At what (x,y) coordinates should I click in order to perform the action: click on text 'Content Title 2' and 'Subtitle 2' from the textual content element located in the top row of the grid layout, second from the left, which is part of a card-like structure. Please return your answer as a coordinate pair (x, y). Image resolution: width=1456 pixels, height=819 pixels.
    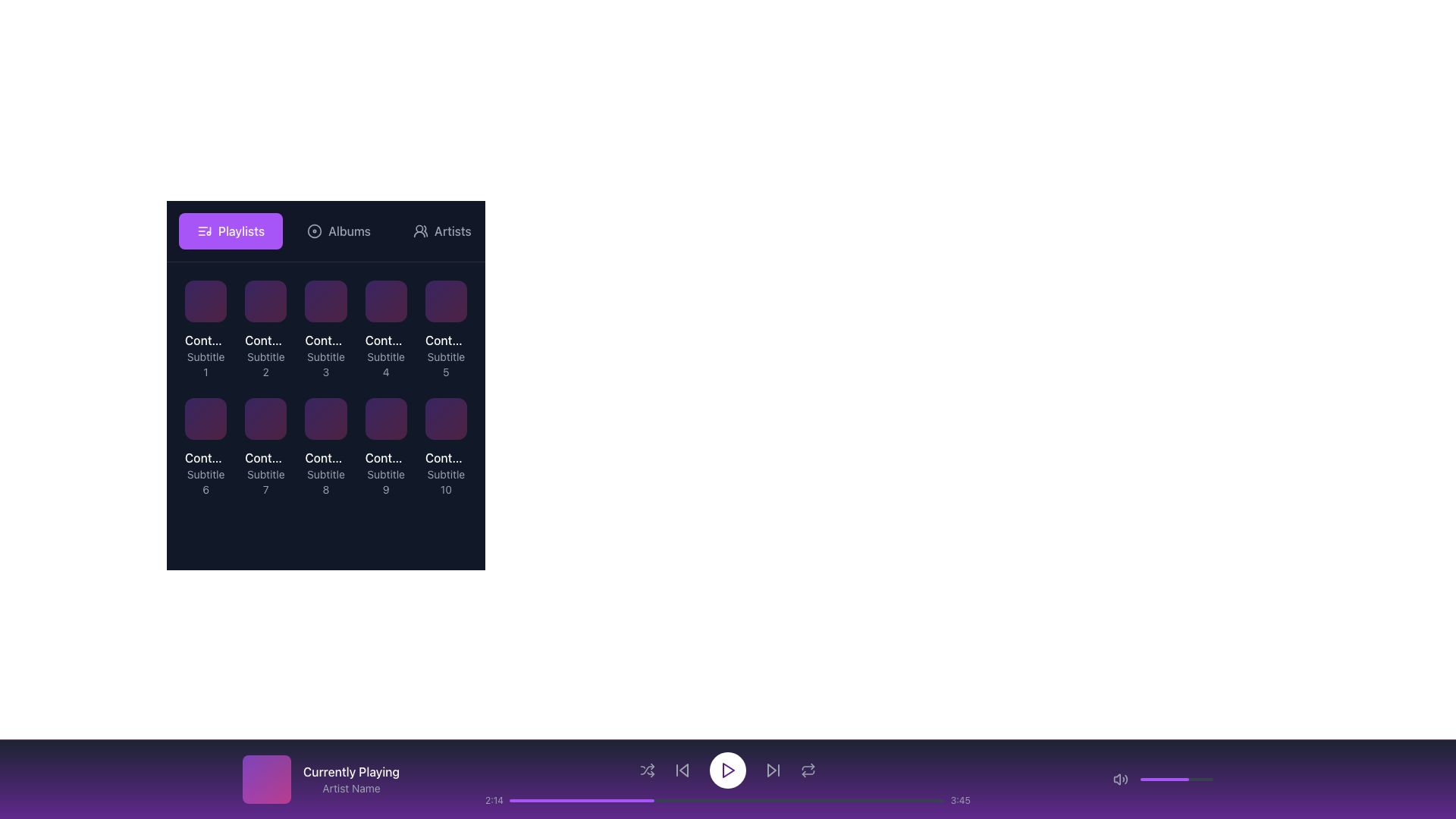
    Looking at the image, I should click on (265, 356).